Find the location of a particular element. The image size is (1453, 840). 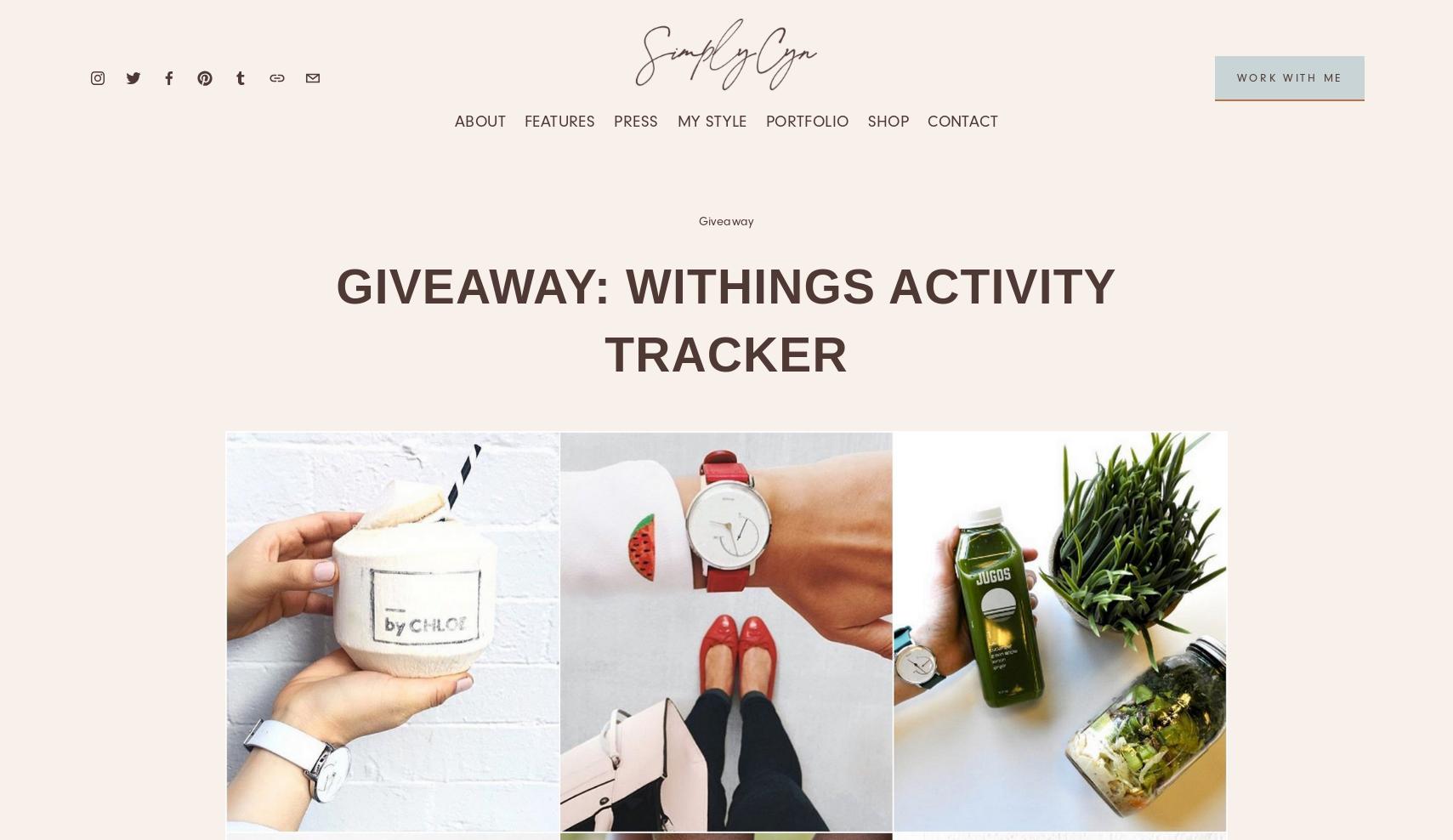

'Travel' is located at coordinates (549, 156).